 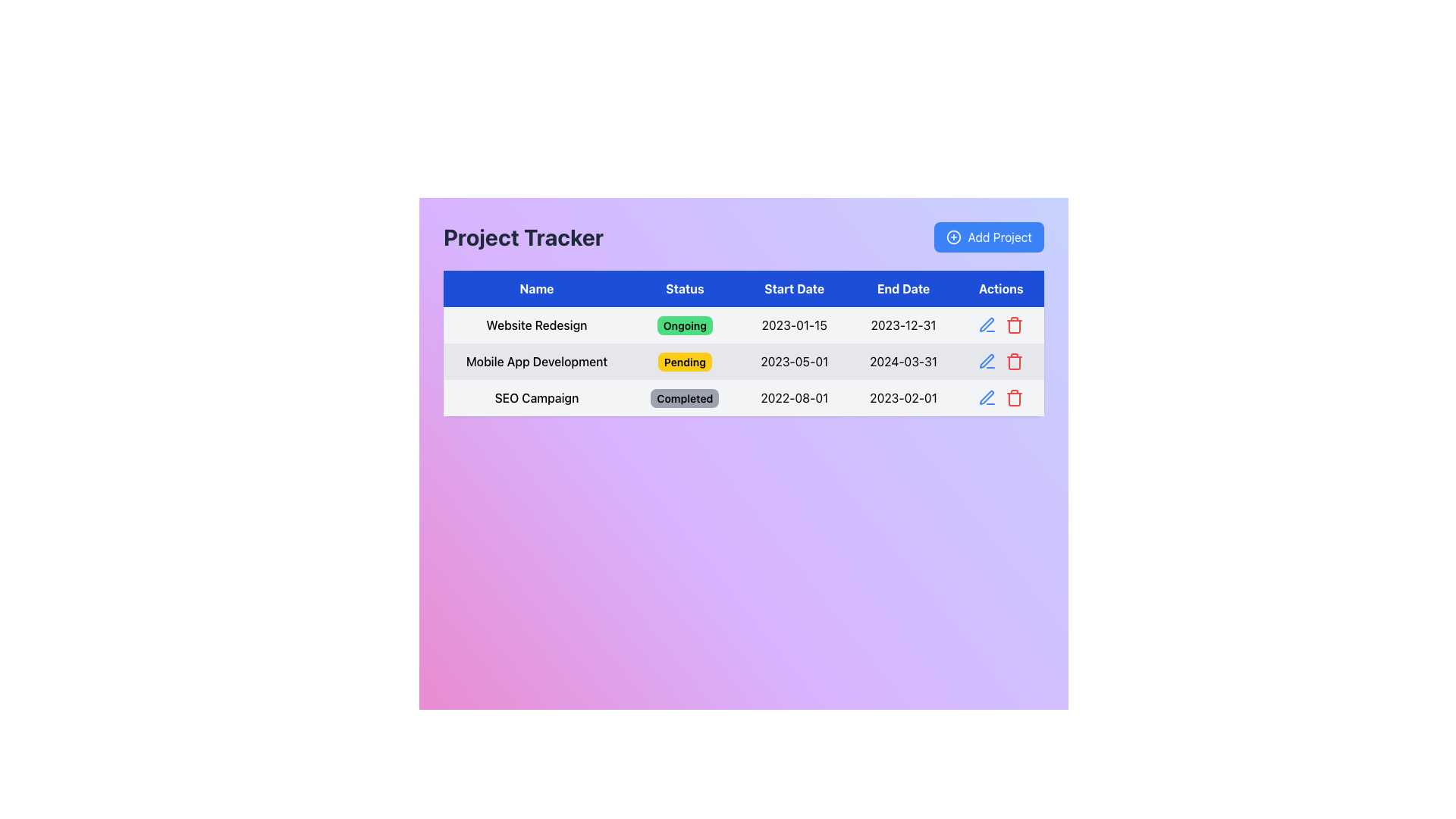 What do you see at coordinates (986, 360) in the screenshot?
I see `the pen icon button in the second row of the 'Actions' column` at bounding box center [986, 360].